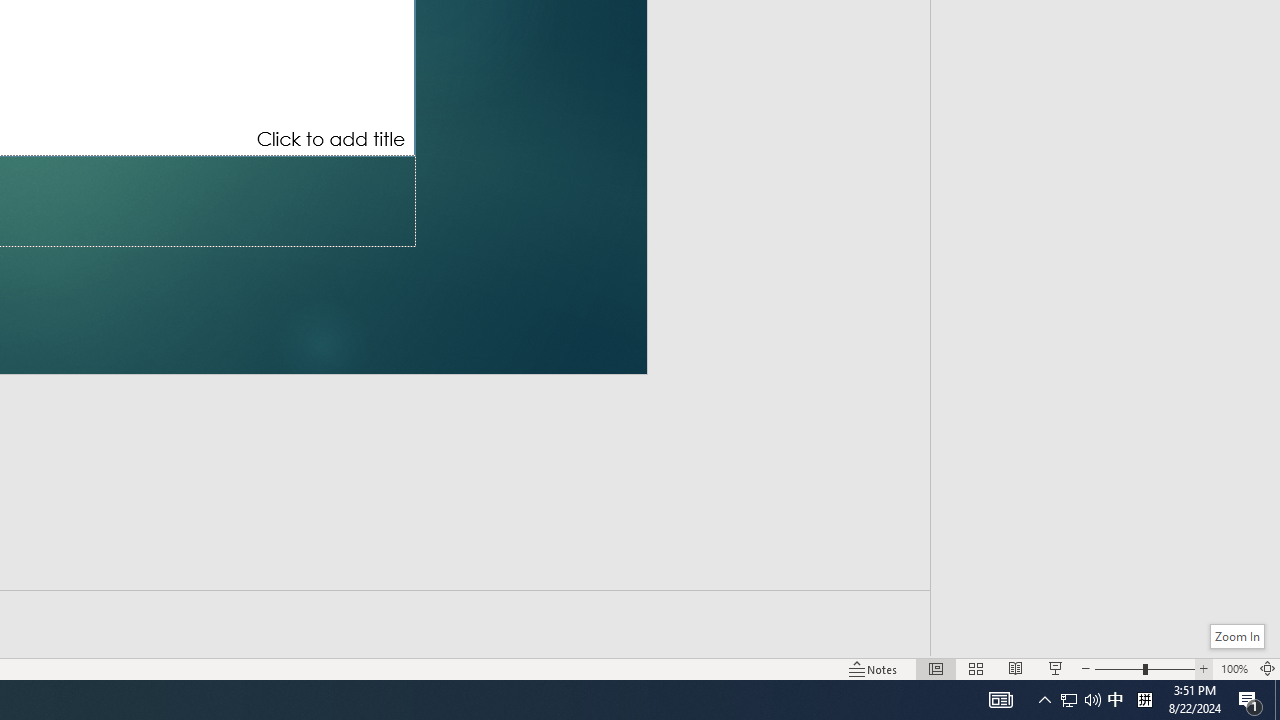  I want to click on 'Zoom to Fit ', so click(1266, 669).